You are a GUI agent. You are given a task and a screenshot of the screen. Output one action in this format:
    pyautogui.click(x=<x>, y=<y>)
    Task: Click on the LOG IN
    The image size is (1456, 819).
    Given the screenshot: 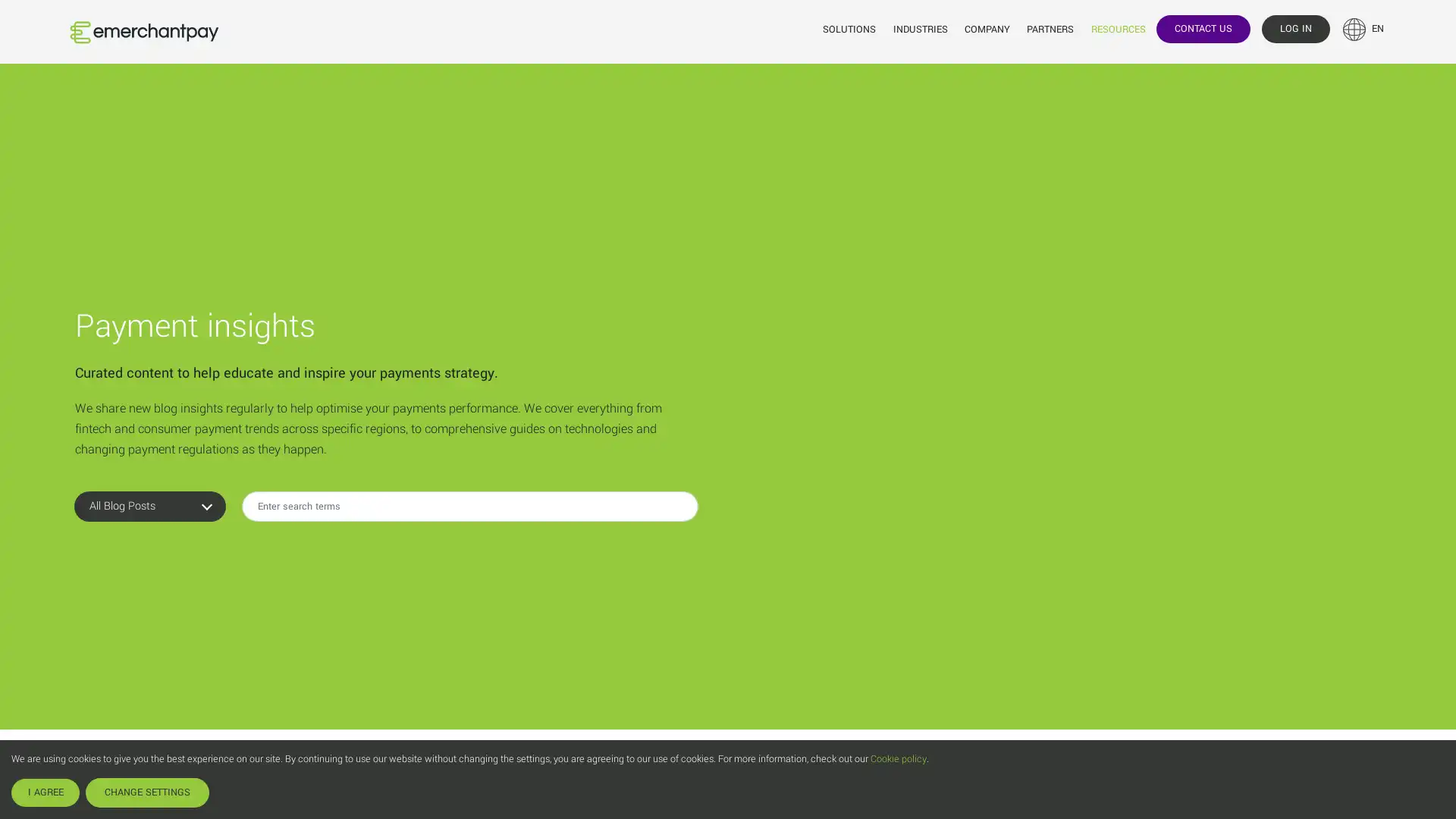 What is the action you would take?
    pyautogui.click(x=1294, y=28)
    